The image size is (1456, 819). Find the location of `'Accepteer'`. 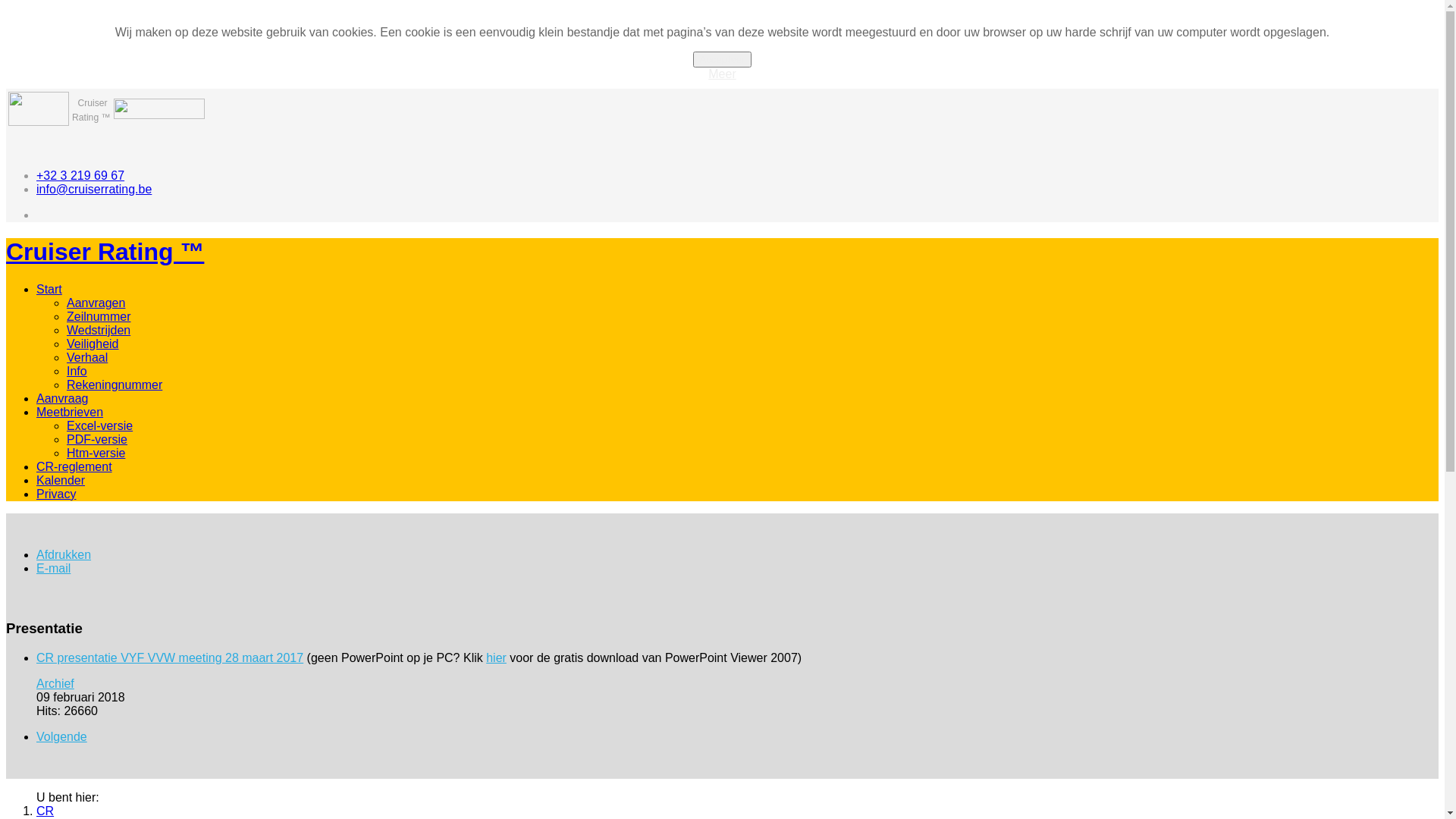

'Accepteer' is located at coordinates (692, 58).